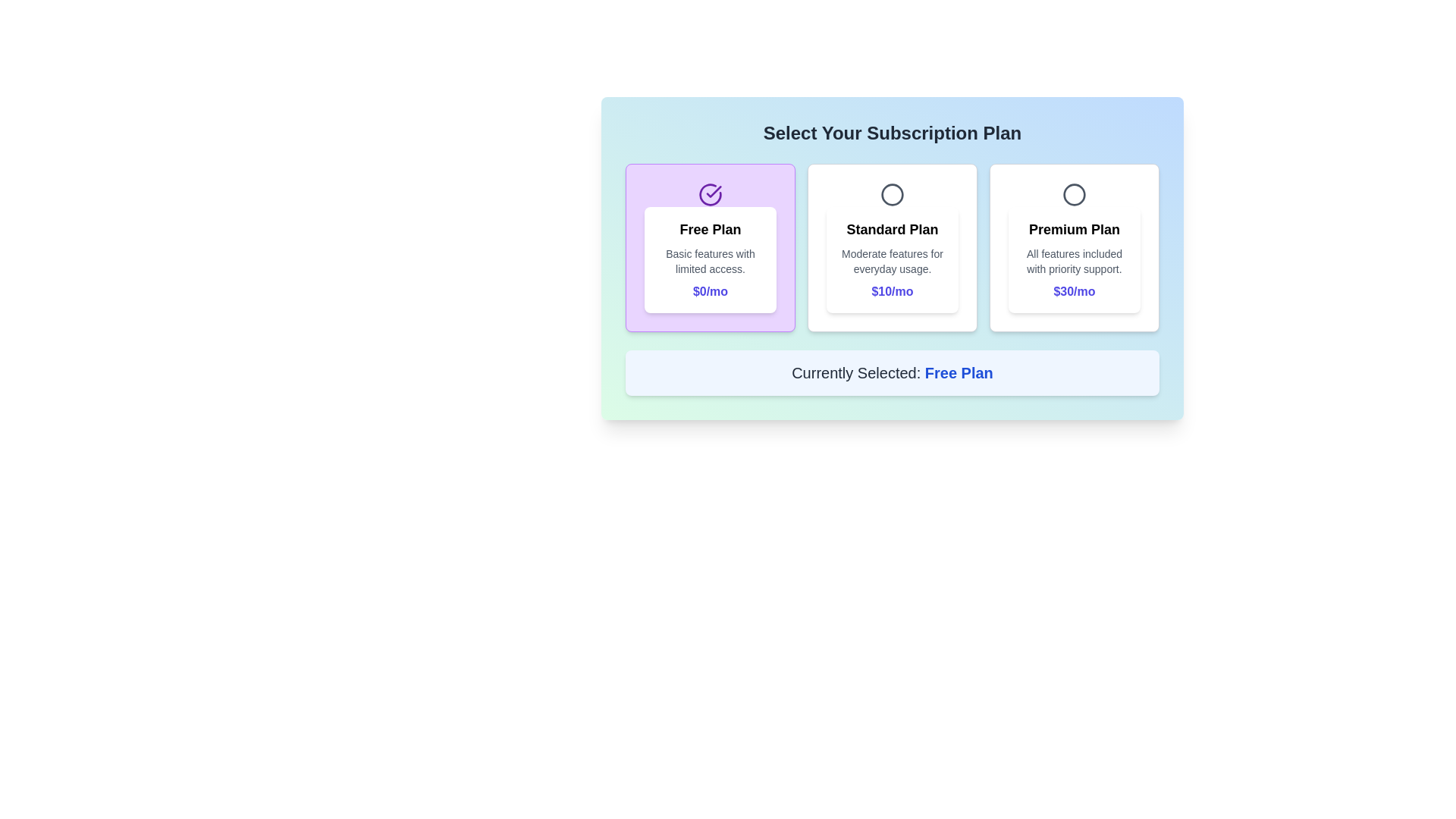  What do you see at coordinates (1073, 194) in the screenshot?
I see `the decorative icon at the top of the Premium Plan card, which is the rightmost subscription plan displayed` at bounding box center [1073, 194].